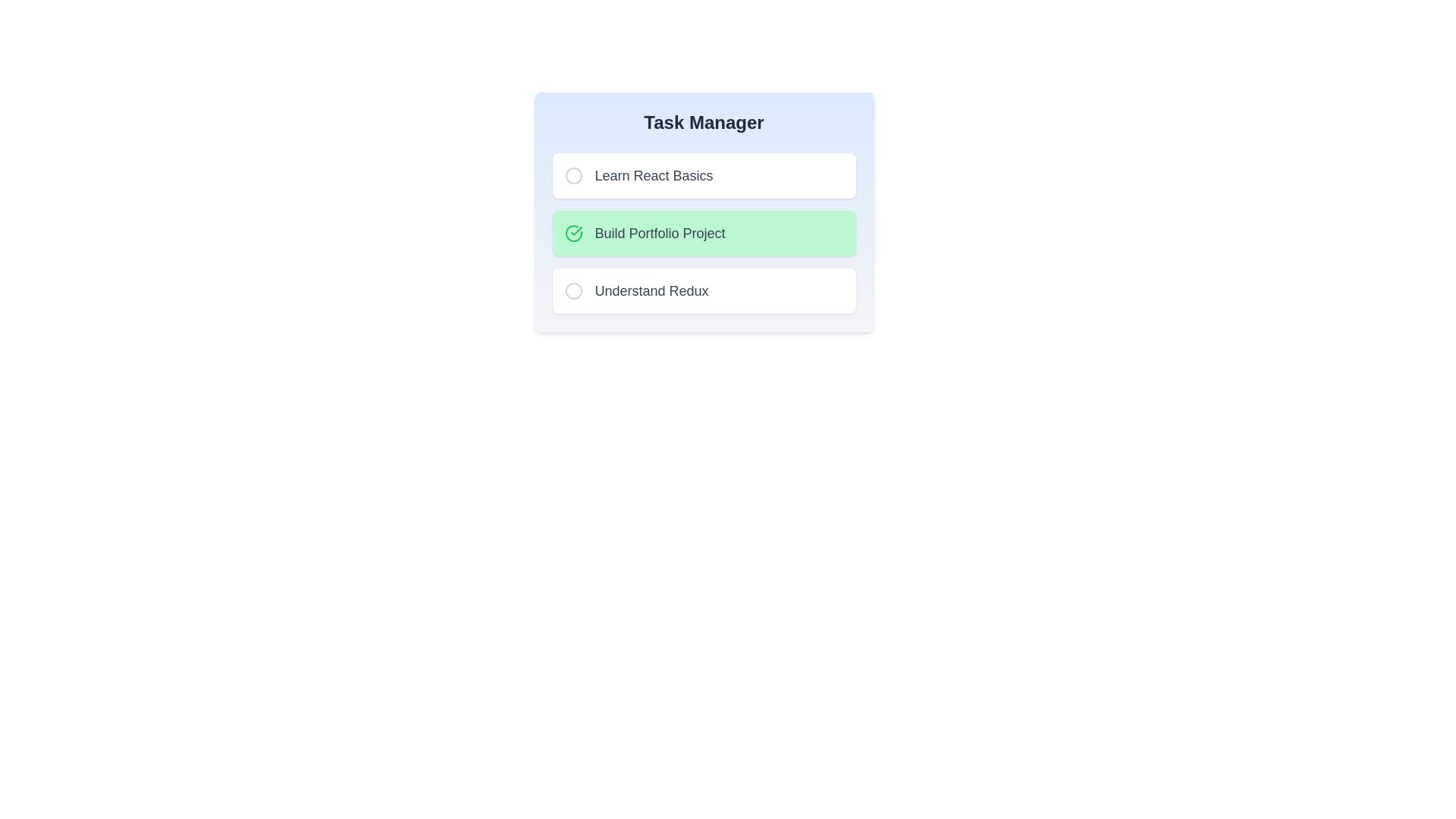 The height and width of the screenshot is (819, 1456). What do you see at coordinates (703, 291) in the screenshot?
I see `the task named Understand Redux to toggle its completion status` at bounding box center [703, 291].